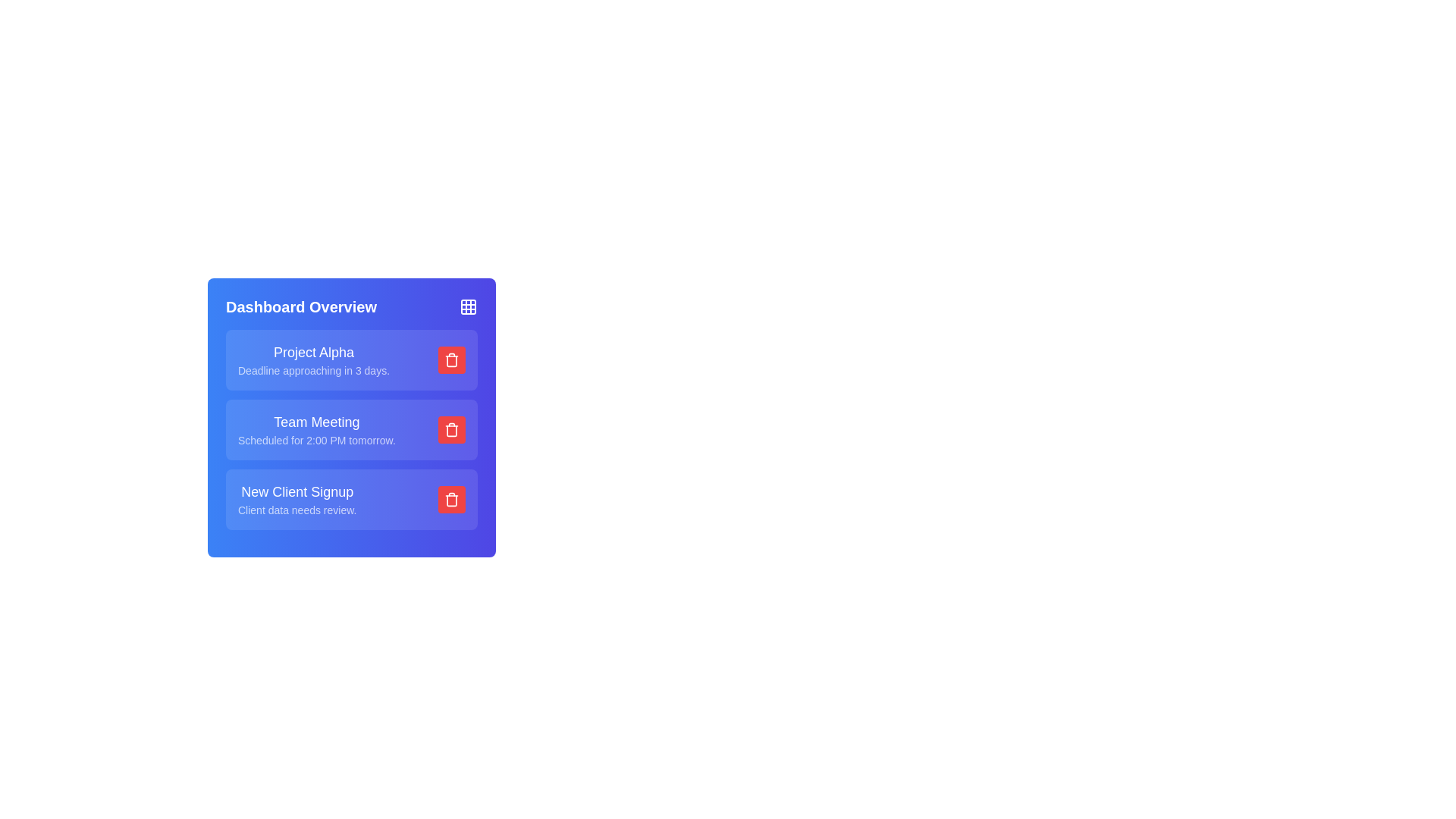 This screenshot has height=819, width=1456. I want to click on the decorative rectangle that is part of the grid-like icon located in the top-right corner of the 'Dashboard Overview' panel, so click(468, 307).